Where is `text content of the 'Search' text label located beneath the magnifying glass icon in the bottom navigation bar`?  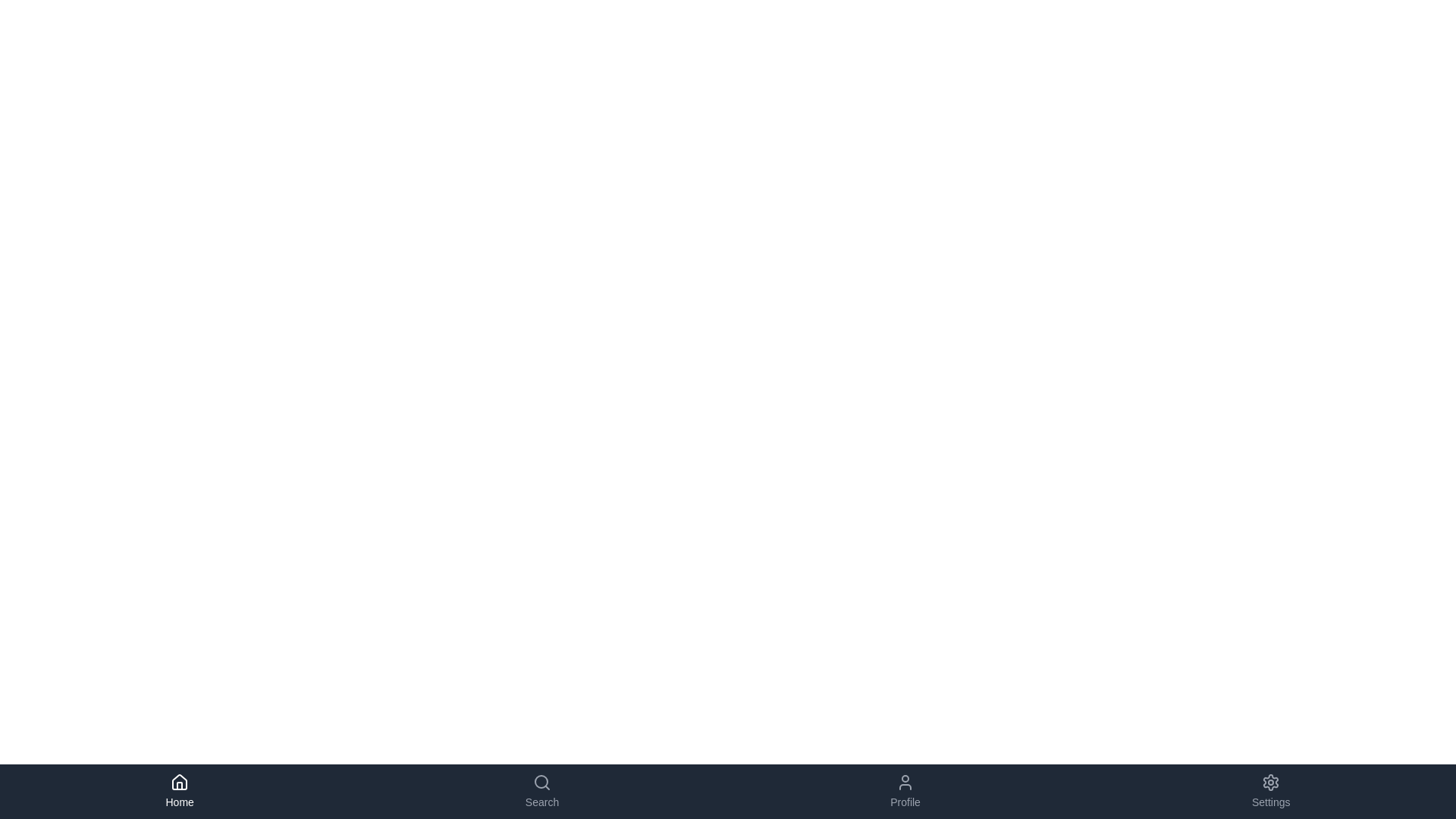 text content of the 'Search' text label located beneath the magnifying glass icon in the bottom navigation bar is located at coordinates (542, 801).